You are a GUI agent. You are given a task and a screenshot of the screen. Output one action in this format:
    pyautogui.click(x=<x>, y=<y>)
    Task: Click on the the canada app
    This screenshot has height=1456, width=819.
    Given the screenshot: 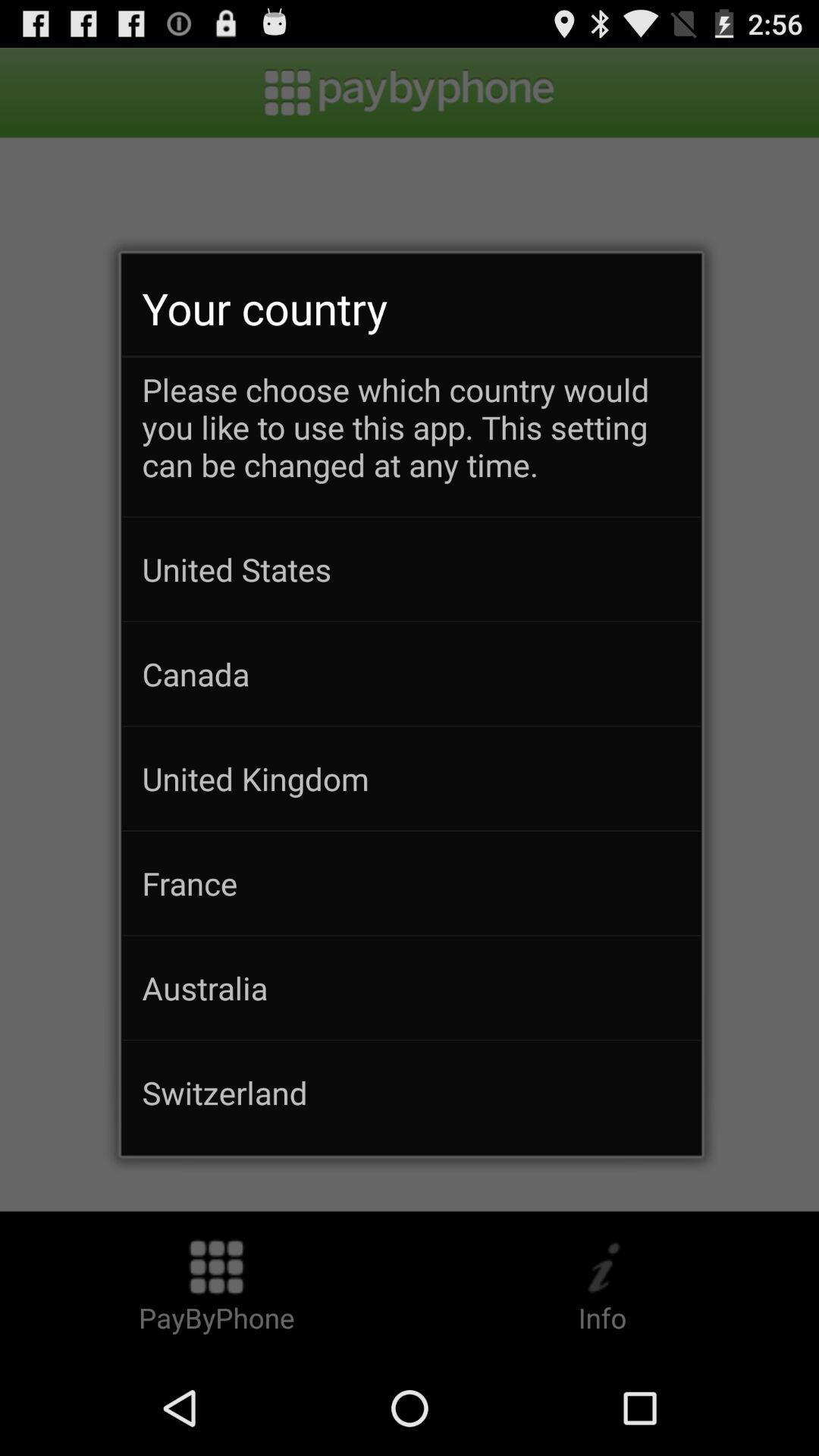 What is the action you would take?
    pyautogui.click(x=411, y=673)
    